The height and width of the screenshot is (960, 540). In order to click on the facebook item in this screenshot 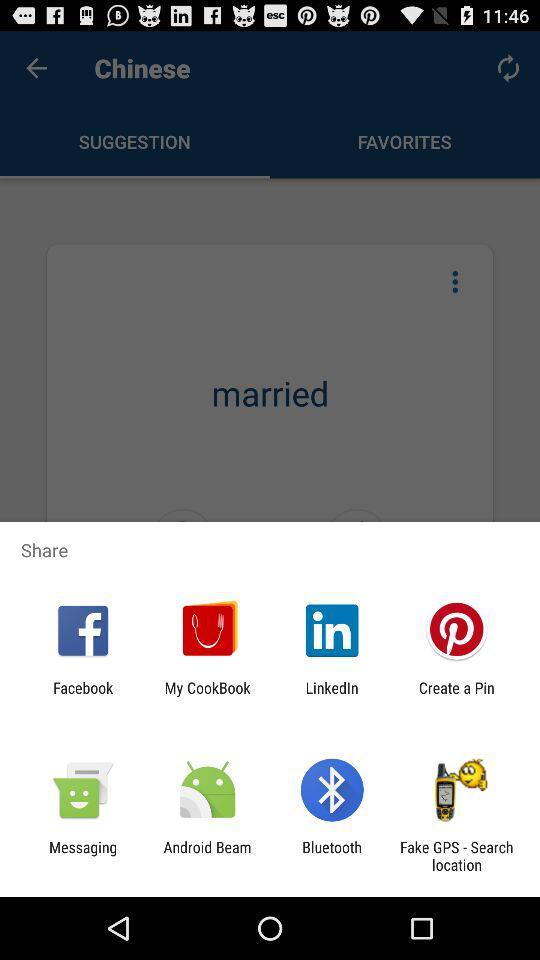, I will do `click(82, 696)`.